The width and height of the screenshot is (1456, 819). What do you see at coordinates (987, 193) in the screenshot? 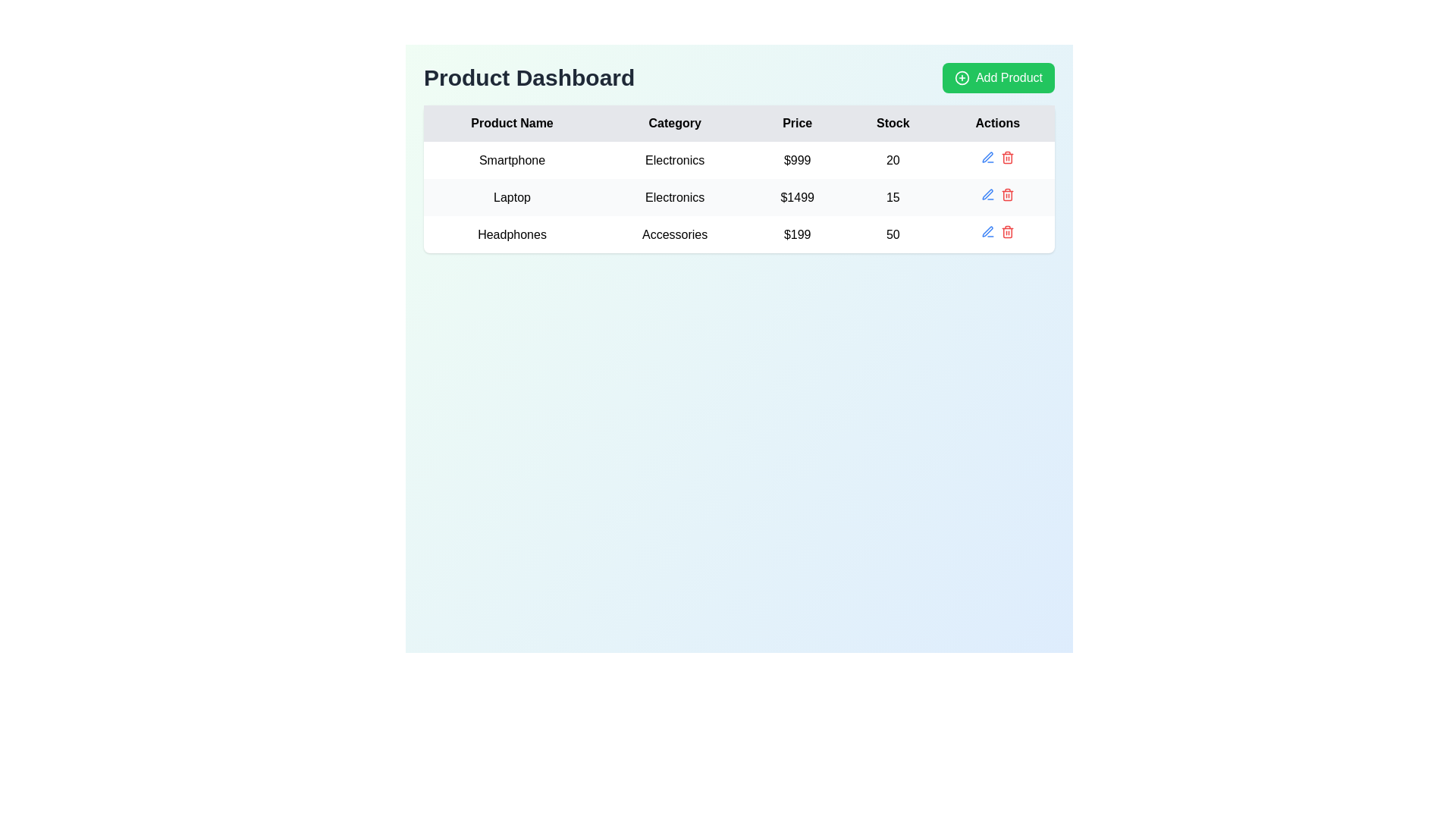
I see `the Edit Button icon located in the Actions column of the second row for the product 'Laptop' in the Product Dashboard table` at bounding box center [987, 193].